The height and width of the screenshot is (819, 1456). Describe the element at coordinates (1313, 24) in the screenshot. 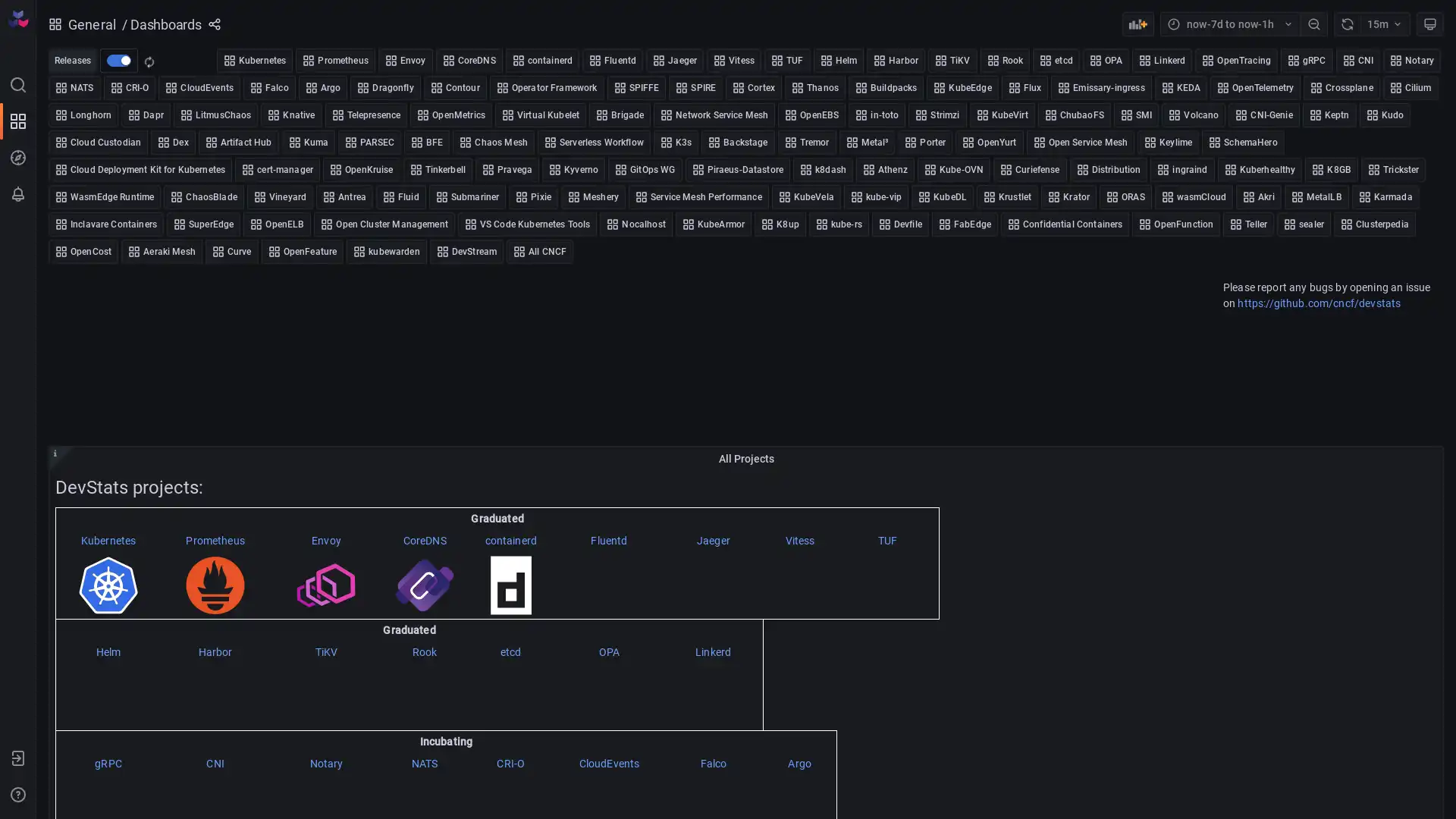

I see `Zoom out time range` at that location.